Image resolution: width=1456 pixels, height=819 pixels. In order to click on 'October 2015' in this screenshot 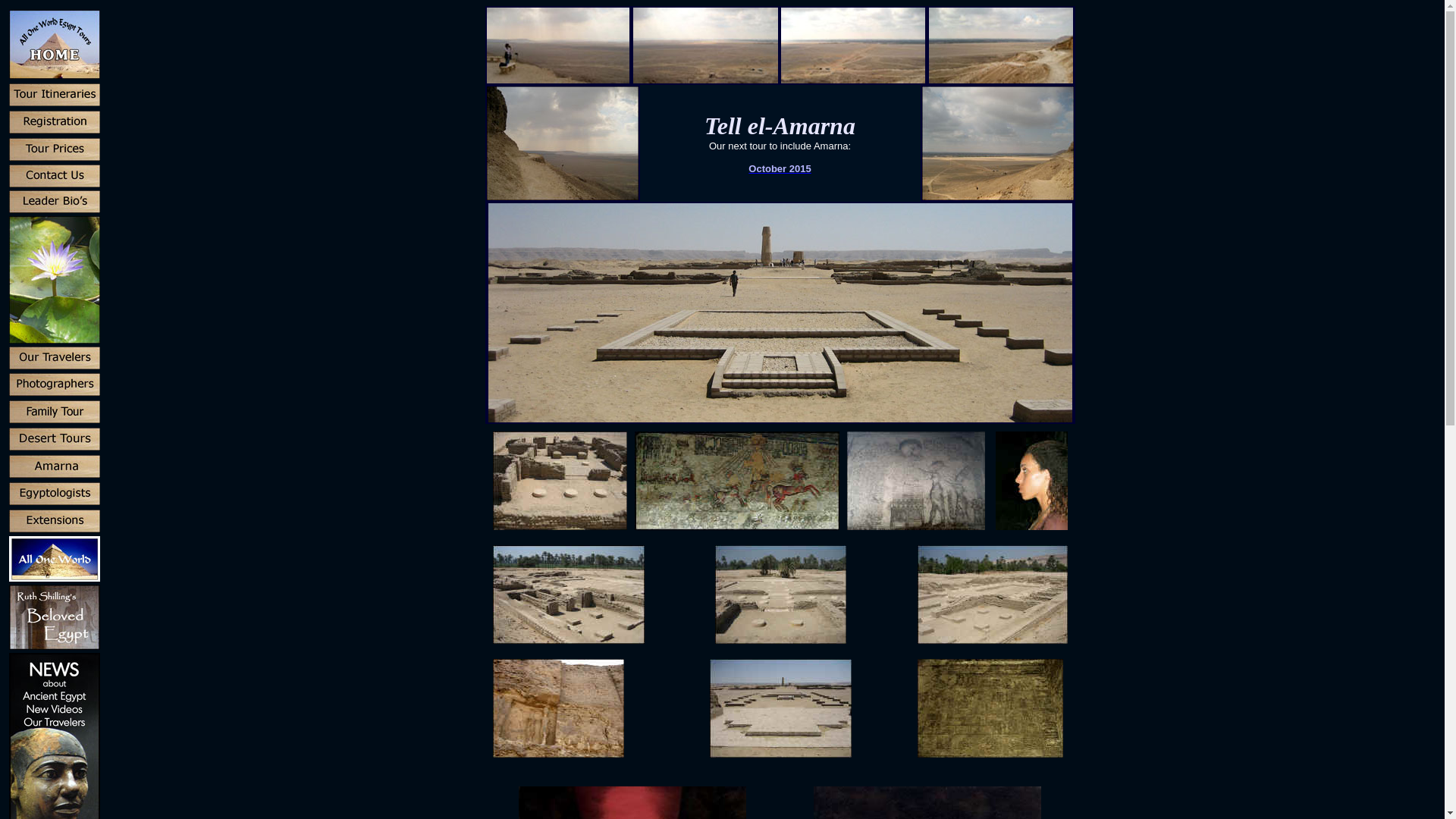, I will do `click(779, 168)`.